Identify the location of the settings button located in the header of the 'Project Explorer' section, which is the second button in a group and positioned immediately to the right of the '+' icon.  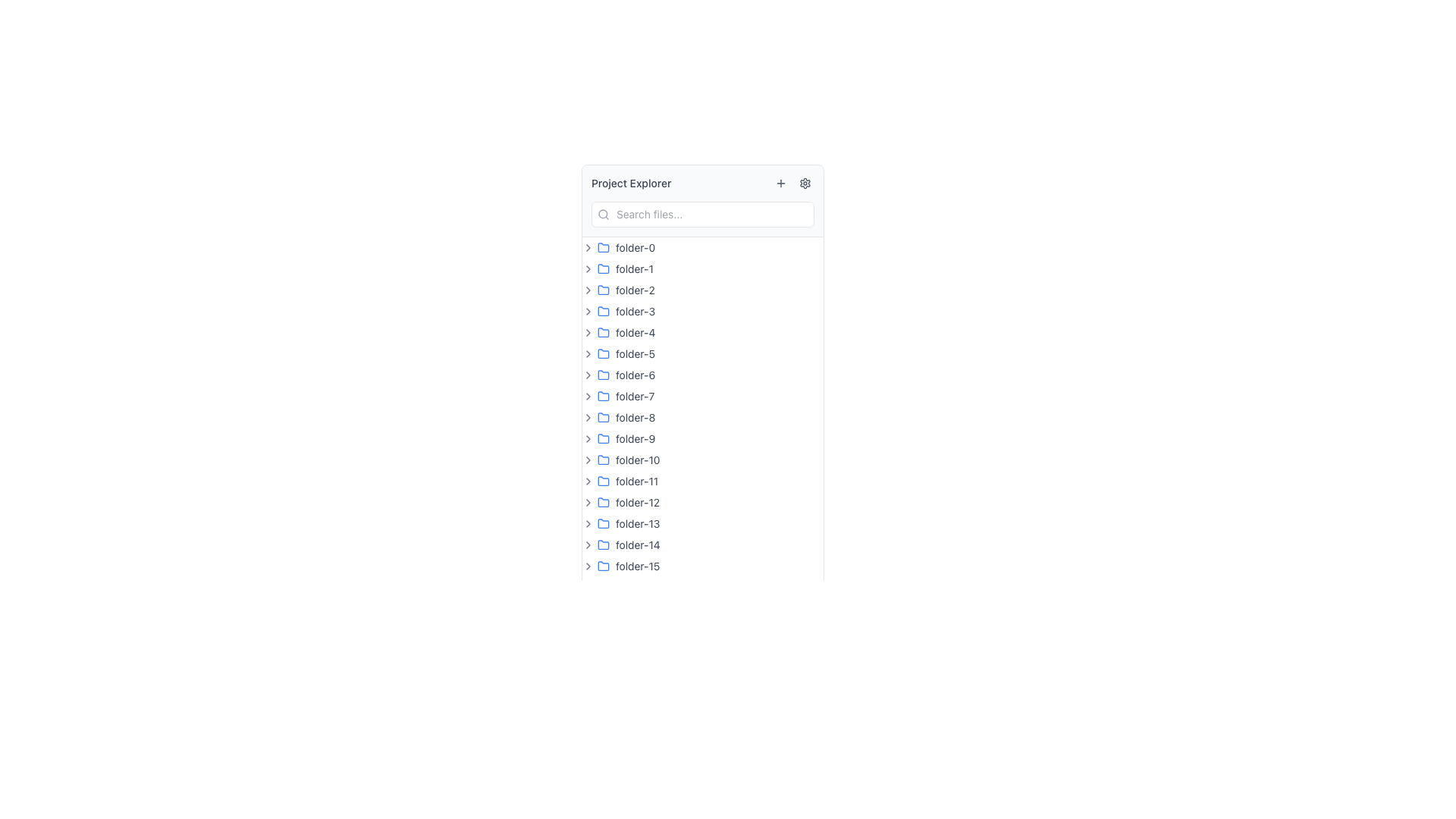
(804, 183).